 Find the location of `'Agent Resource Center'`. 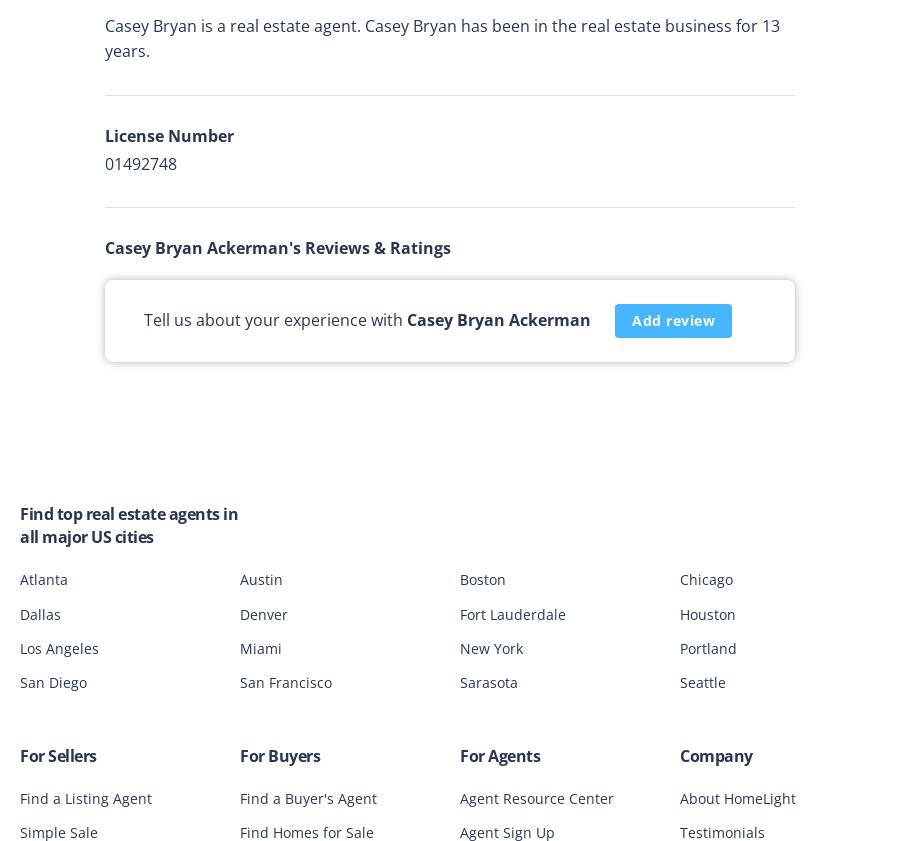

'Agent Resource Center' is located at coordinates (536, 797).